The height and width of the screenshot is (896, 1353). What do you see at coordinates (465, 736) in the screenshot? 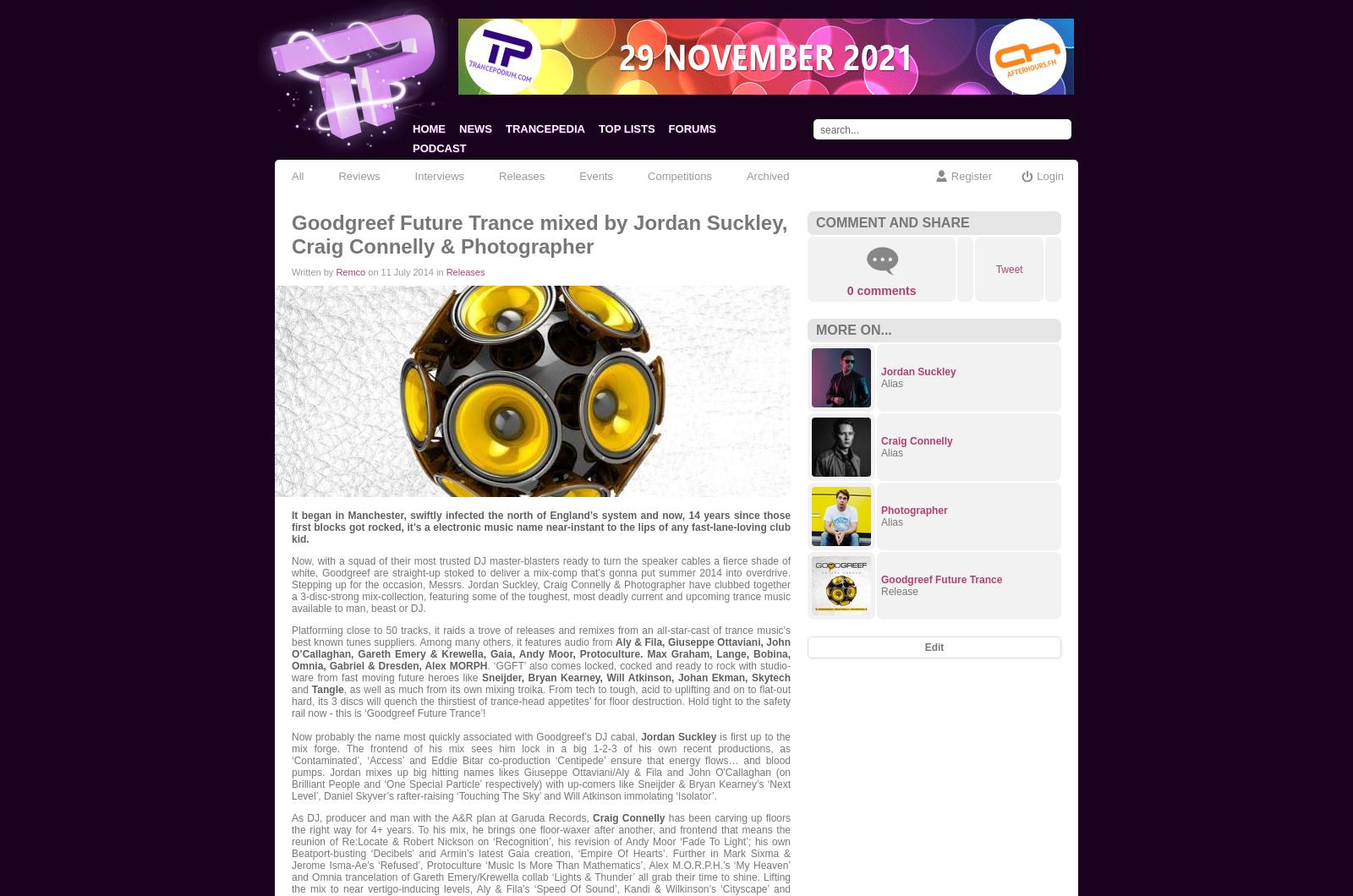
I see `'Now probably the name most quickly associated with Goodgreef’s DJ cabal,'` at bounding box center [465, 736].